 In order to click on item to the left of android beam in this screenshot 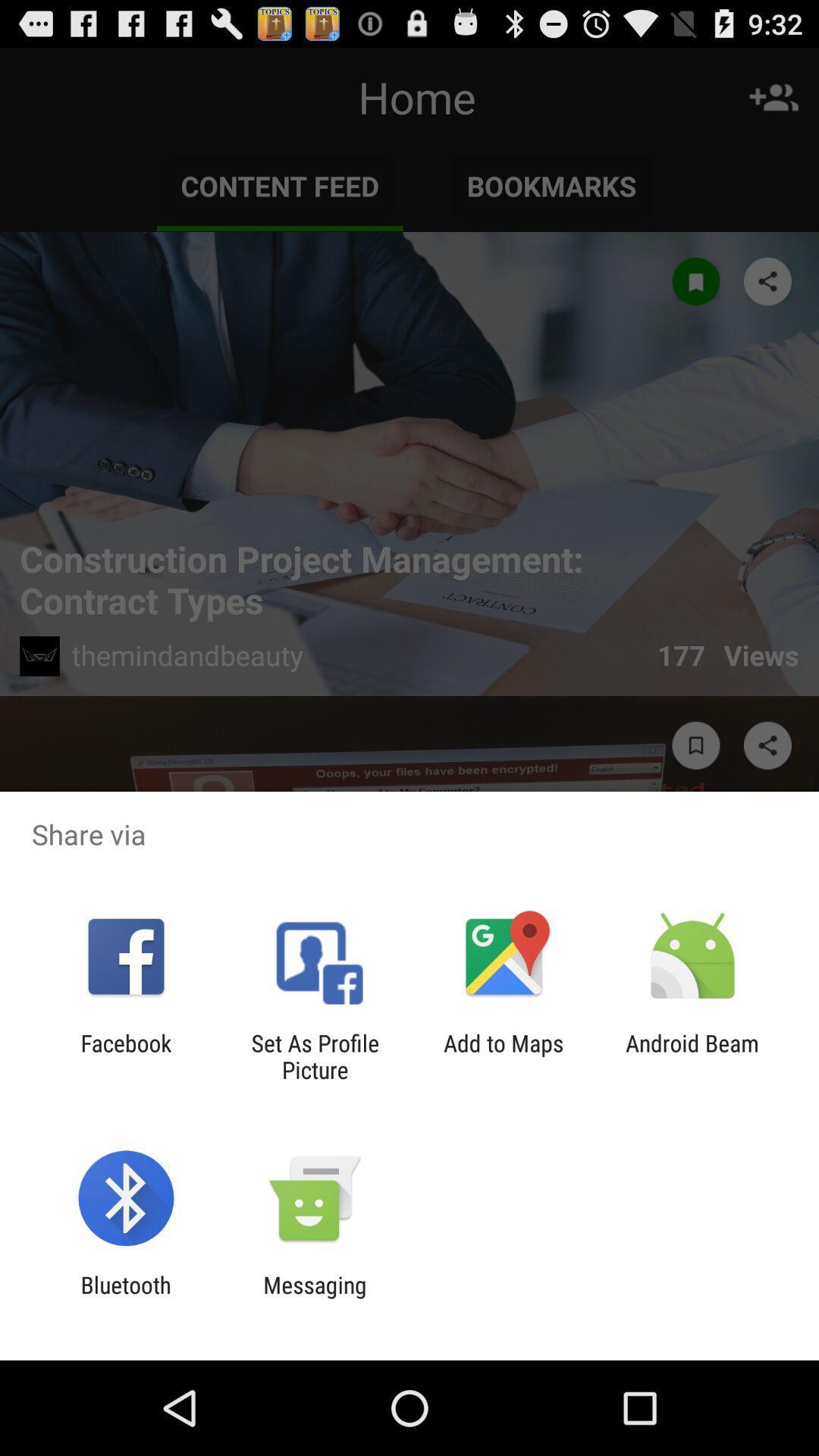, I will do `click(504, 1056)`.